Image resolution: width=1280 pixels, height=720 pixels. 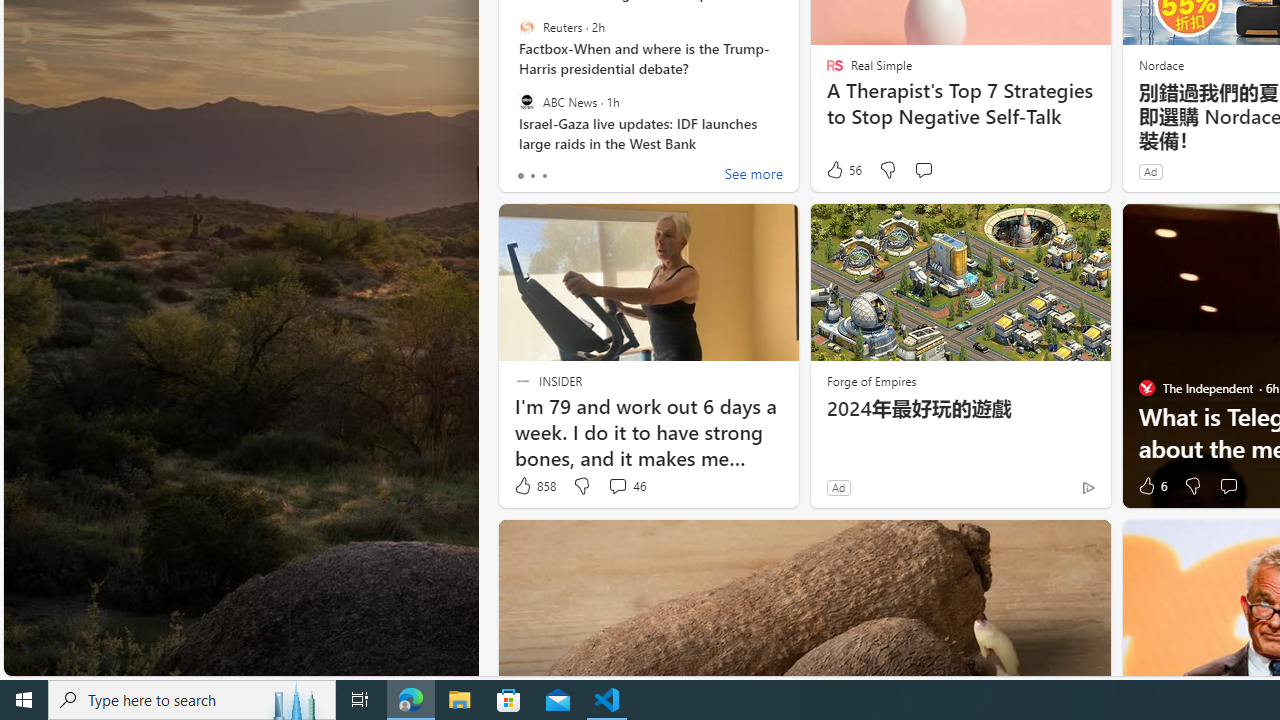 I want to click on 'View comments 46 Comment', so click(x=625, y=486).